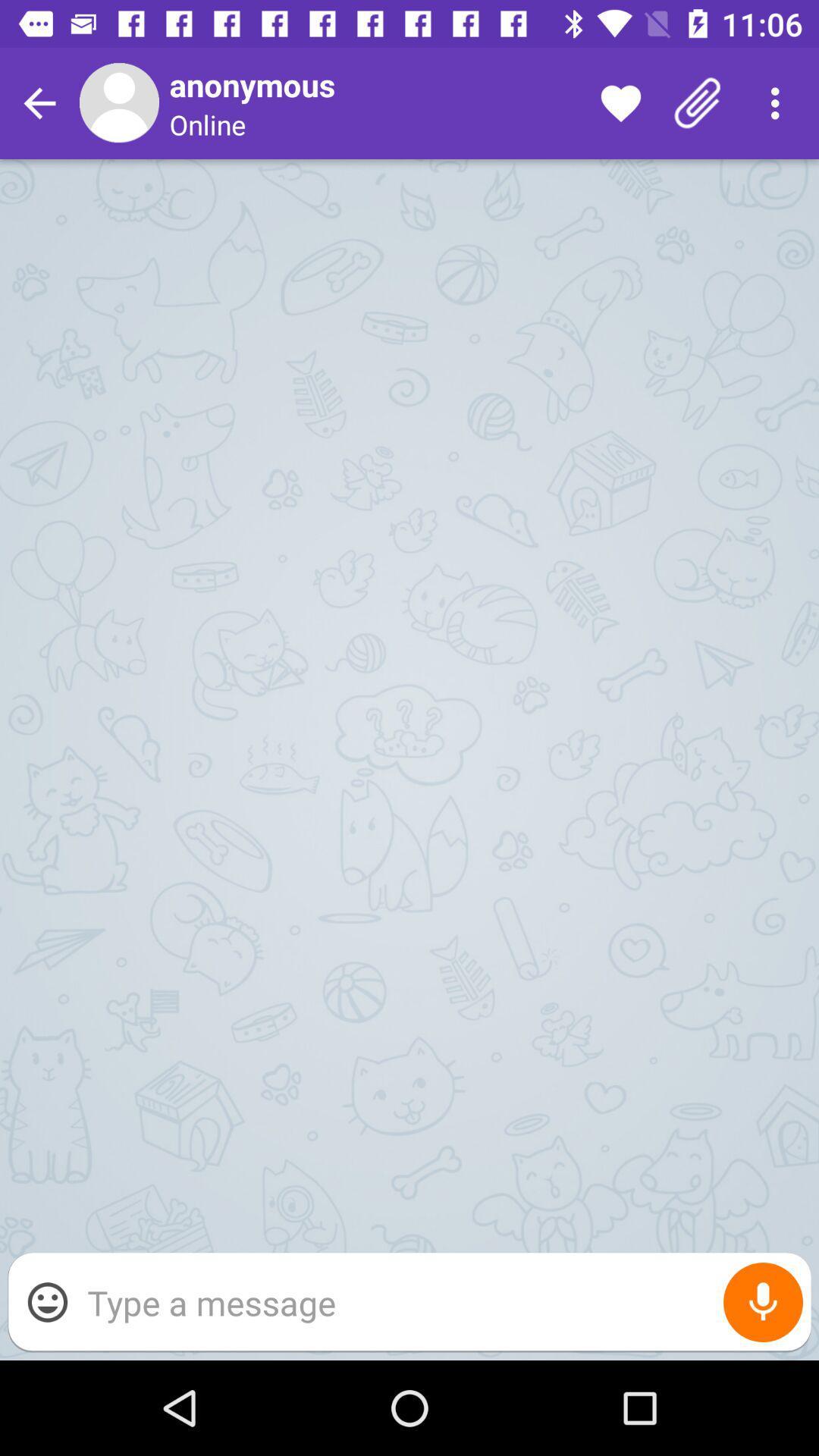 The image size is (819, 1456). I want to click on go back, so click(39, 102).